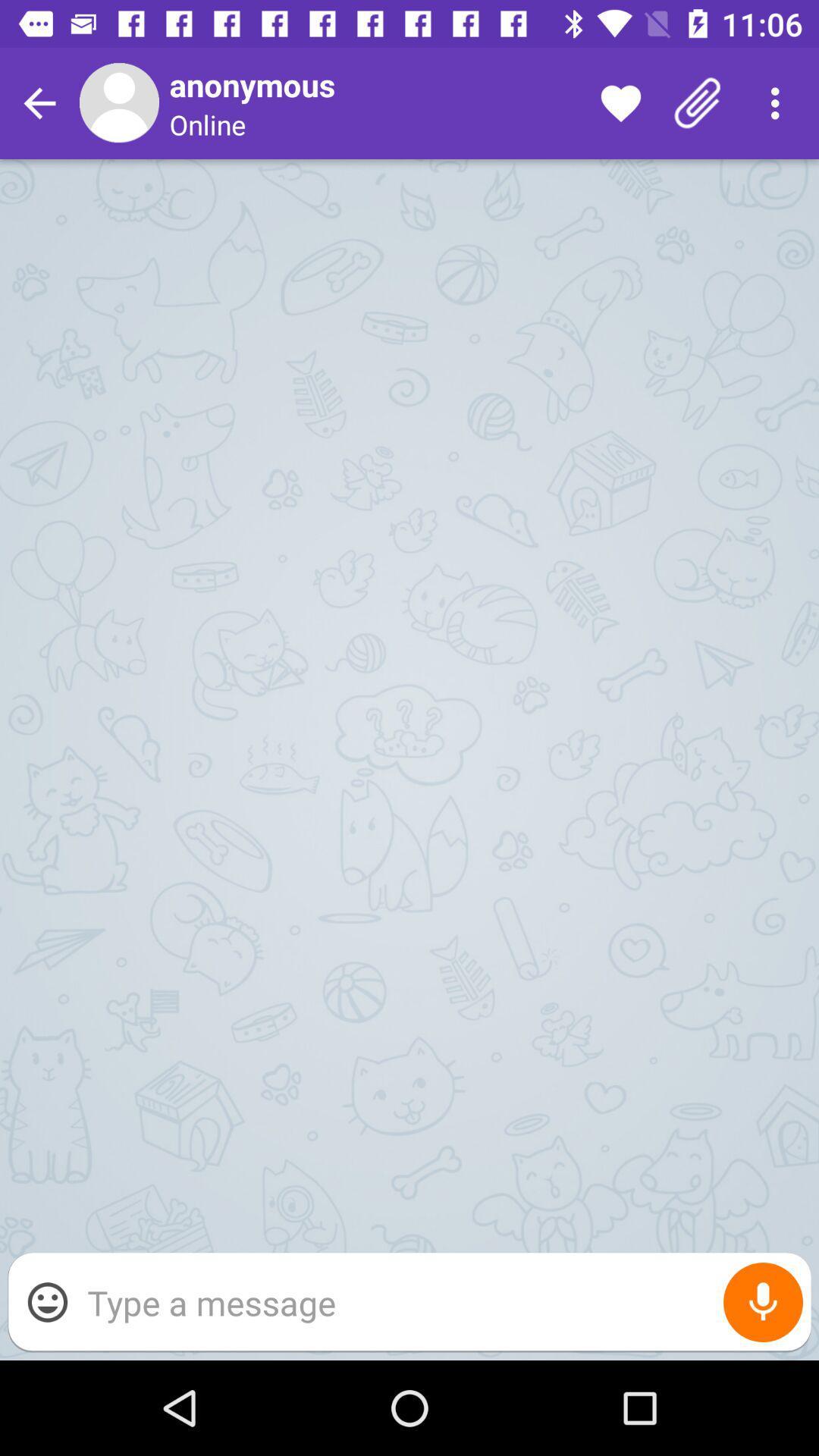 The image size is (819, 1456). I want to click on go back, so click(39, 102).